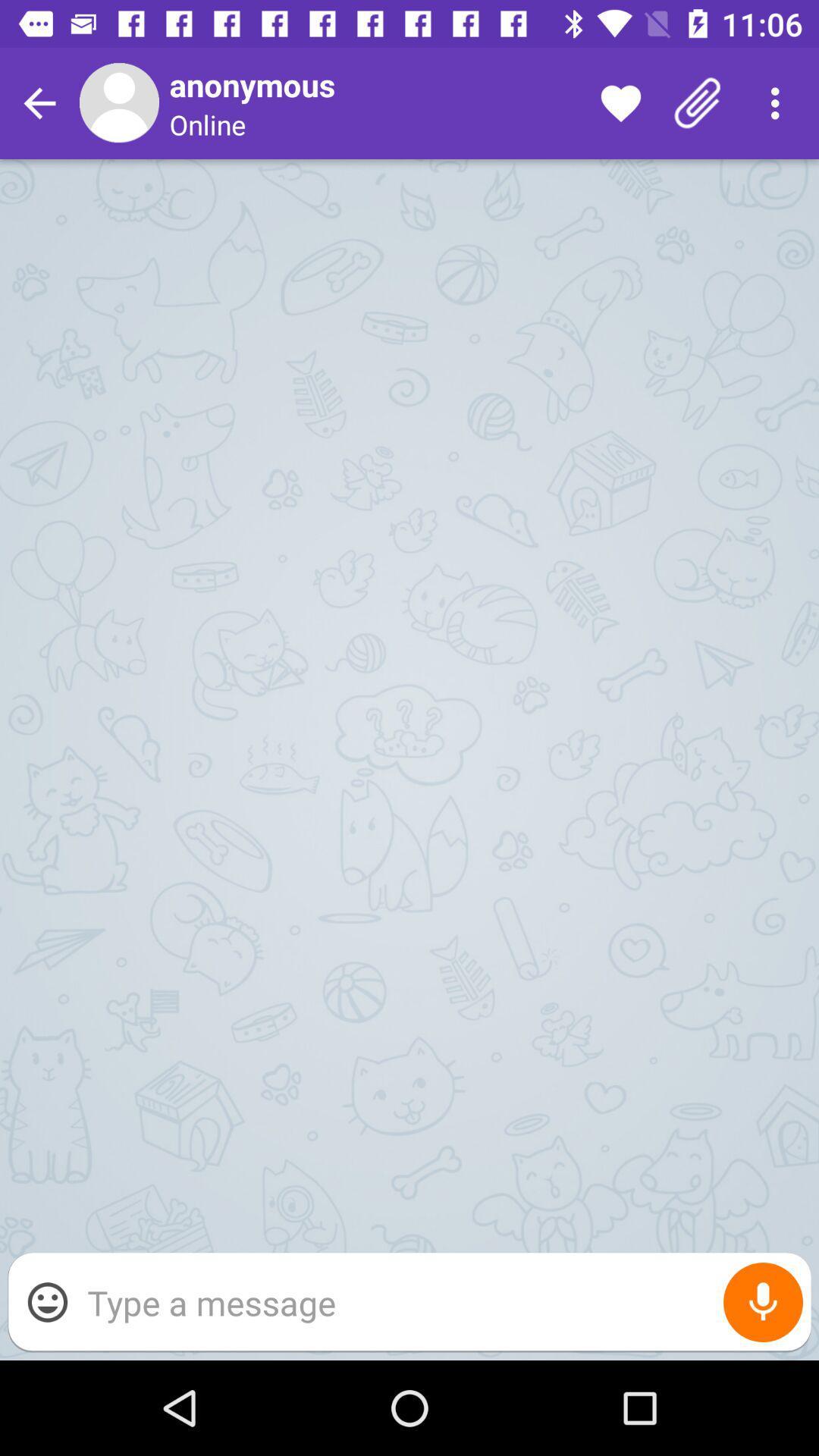 The image size is (819, 1456). I want to click on go back, so click(39, 102).